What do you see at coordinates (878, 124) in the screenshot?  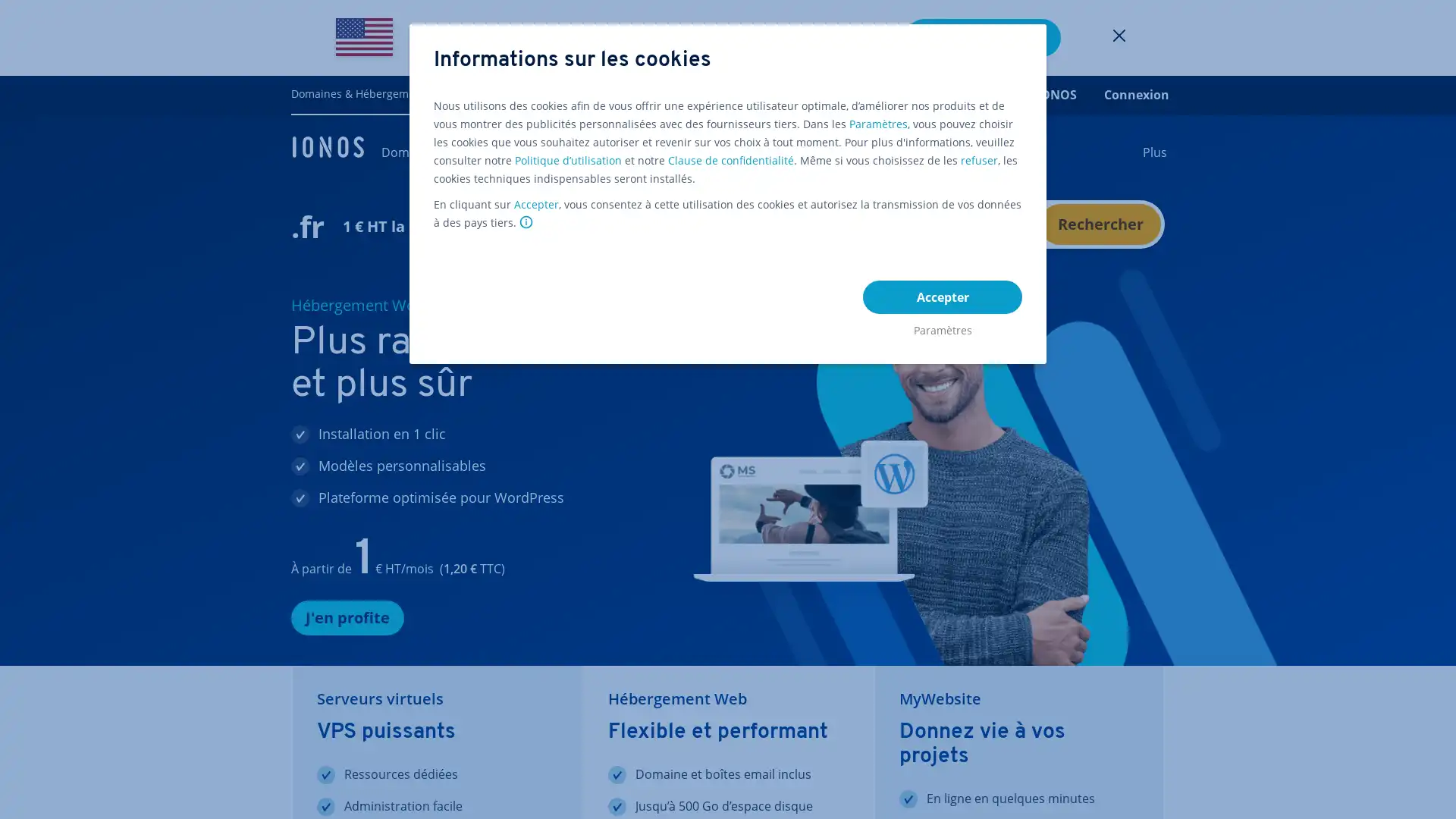 I see `Parametres` at bounding box center [878, 124].